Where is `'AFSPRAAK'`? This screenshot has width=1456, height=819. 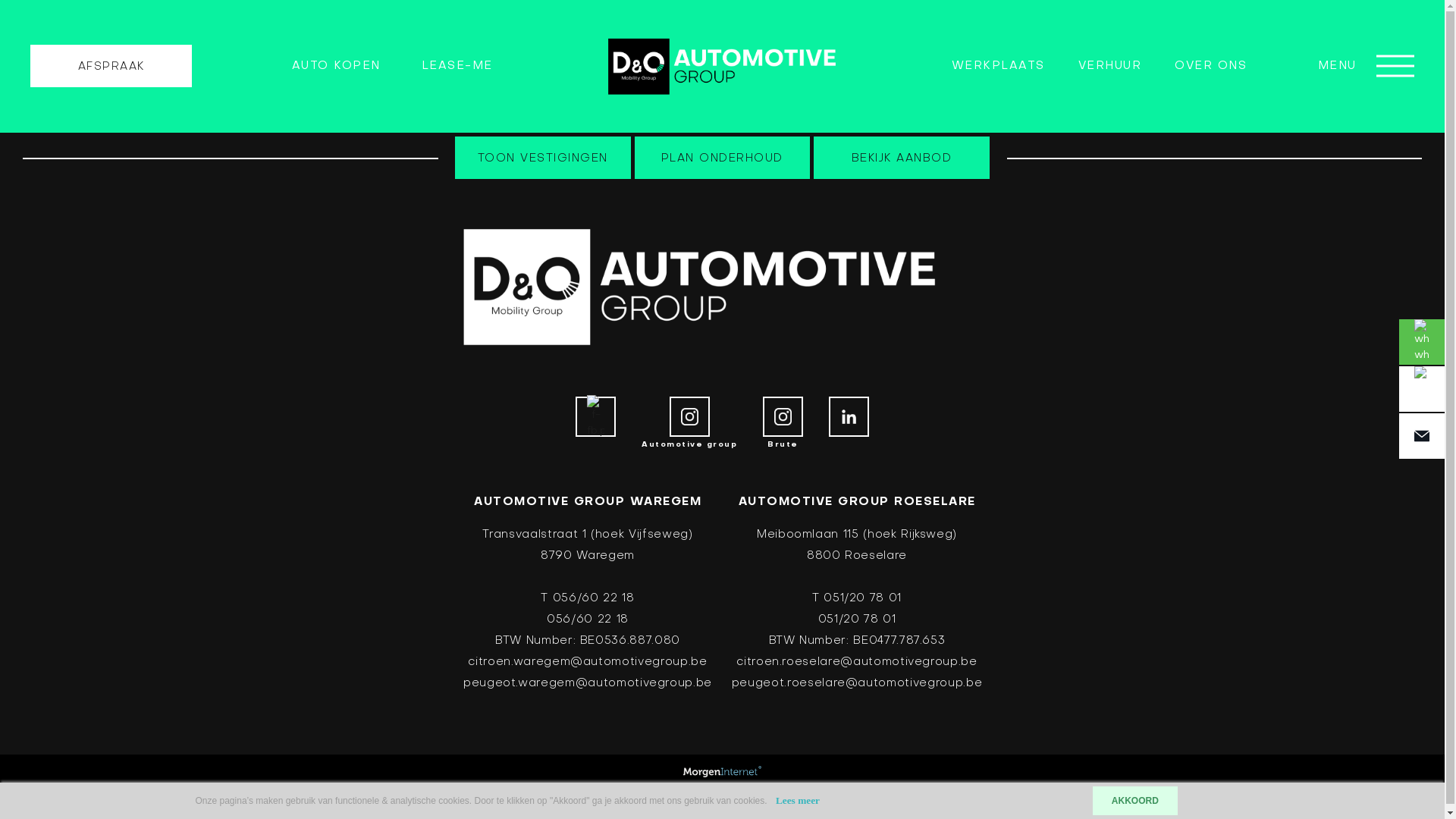
'AFSPRAAK' is located at coordinates (110, 65).